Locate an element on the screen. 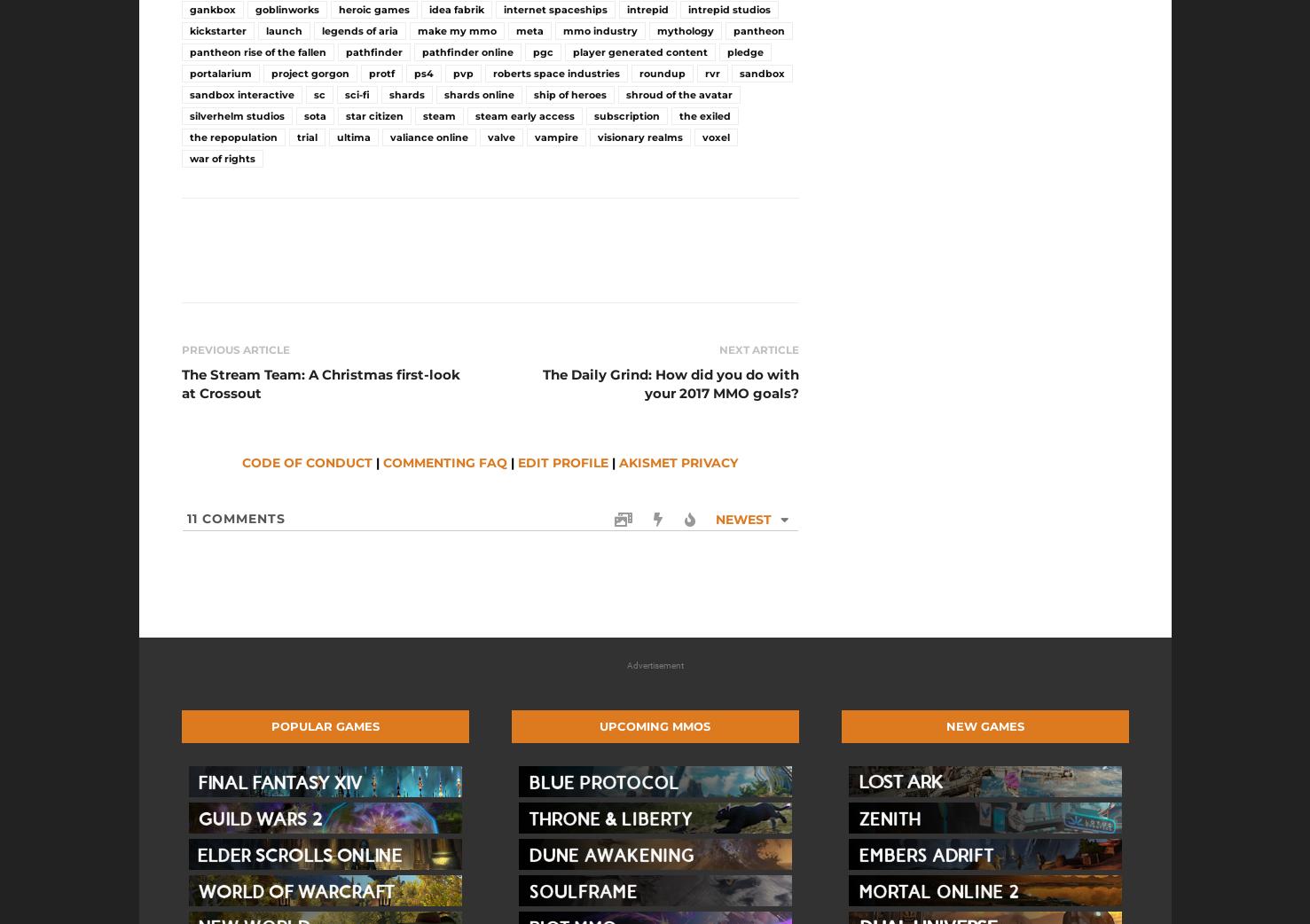  'player generated content' is located at coordinates (572, 51).